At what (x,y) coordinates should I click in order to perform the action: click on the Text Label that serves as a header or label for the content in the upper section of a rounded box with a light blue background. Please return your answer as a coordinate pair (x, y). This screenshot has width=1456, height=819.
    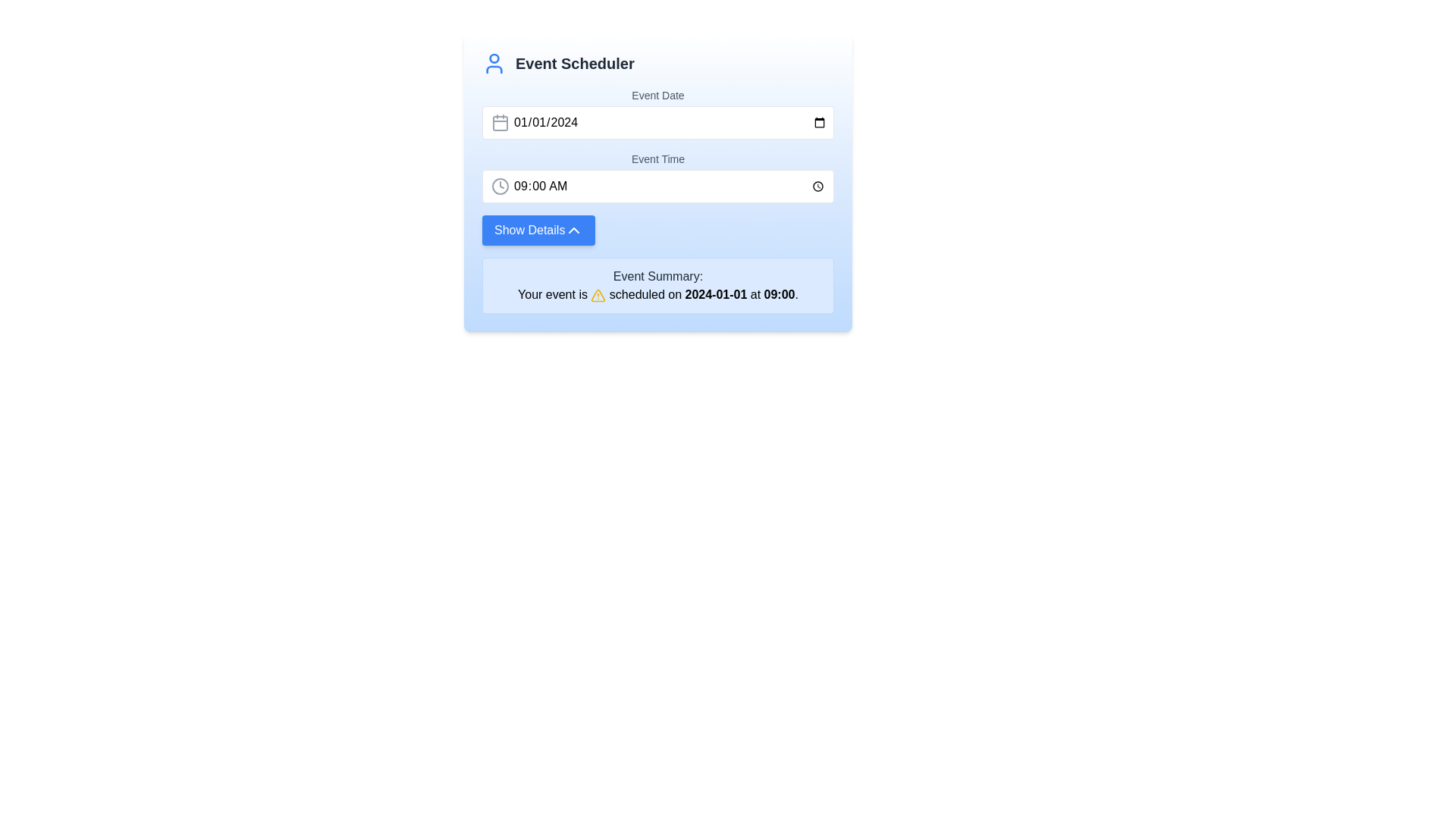
    Looking at the image, I should click on (658, 277).